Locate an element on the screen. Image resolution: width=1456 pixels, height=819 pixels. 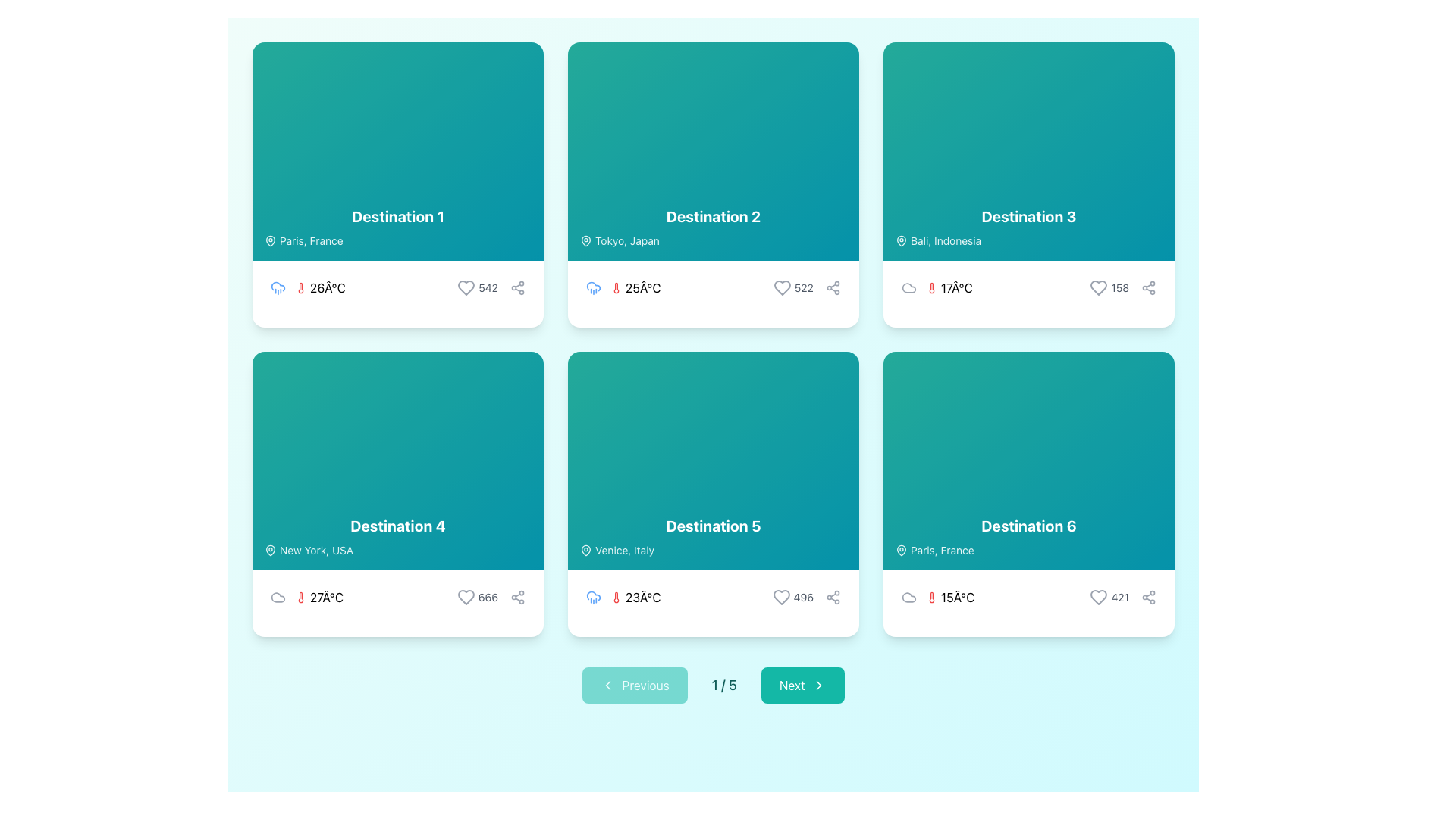
text content of the static text label located in the top-left corner of the 'Destination 2' card, which is associated with a map pin icon is located at coordinates (627, 240).